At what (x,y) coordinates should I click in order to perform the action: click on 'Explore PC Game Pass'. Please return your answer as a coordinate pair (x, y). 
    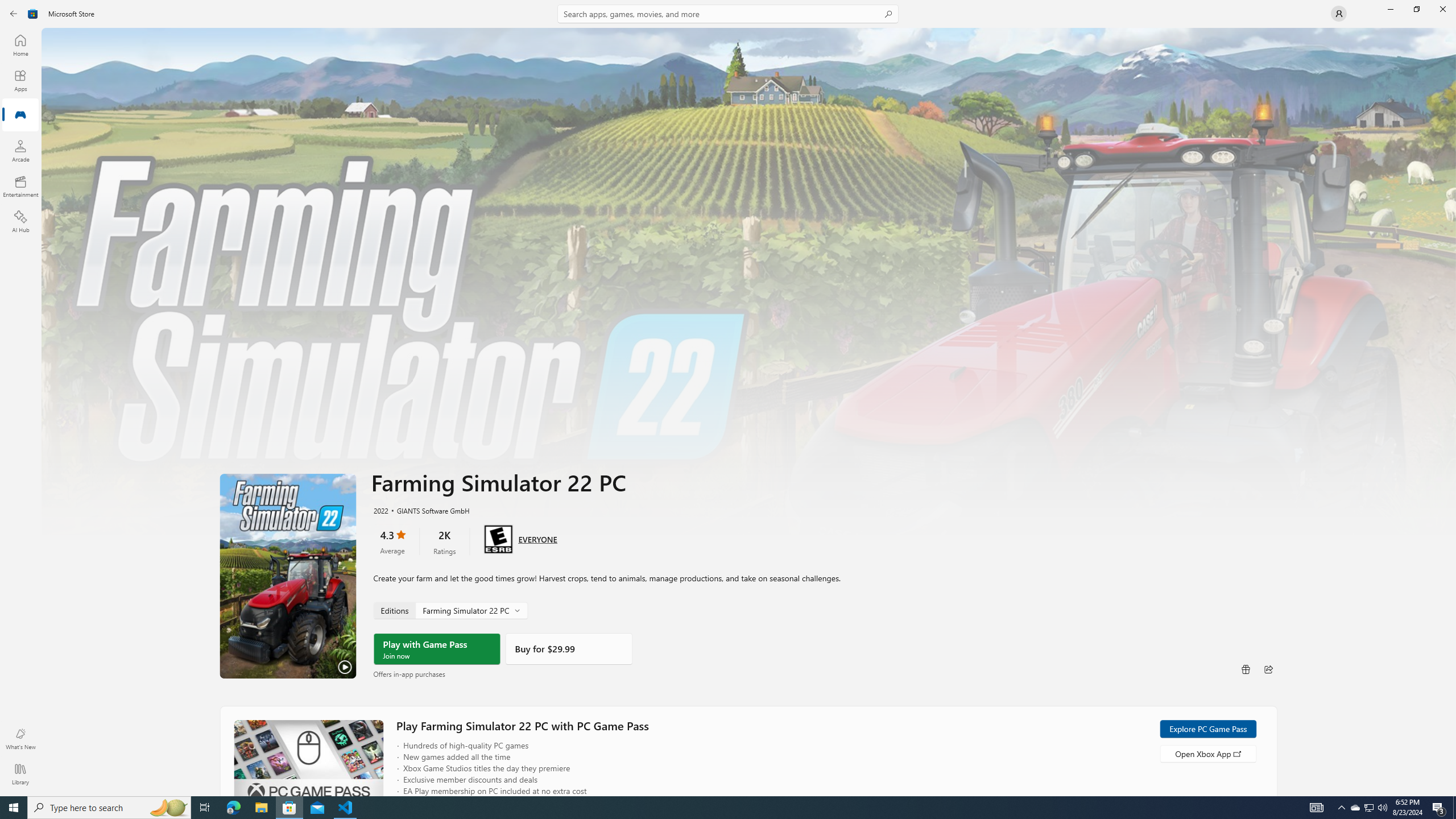
    Looking at the image, I should click on (1207, 728).